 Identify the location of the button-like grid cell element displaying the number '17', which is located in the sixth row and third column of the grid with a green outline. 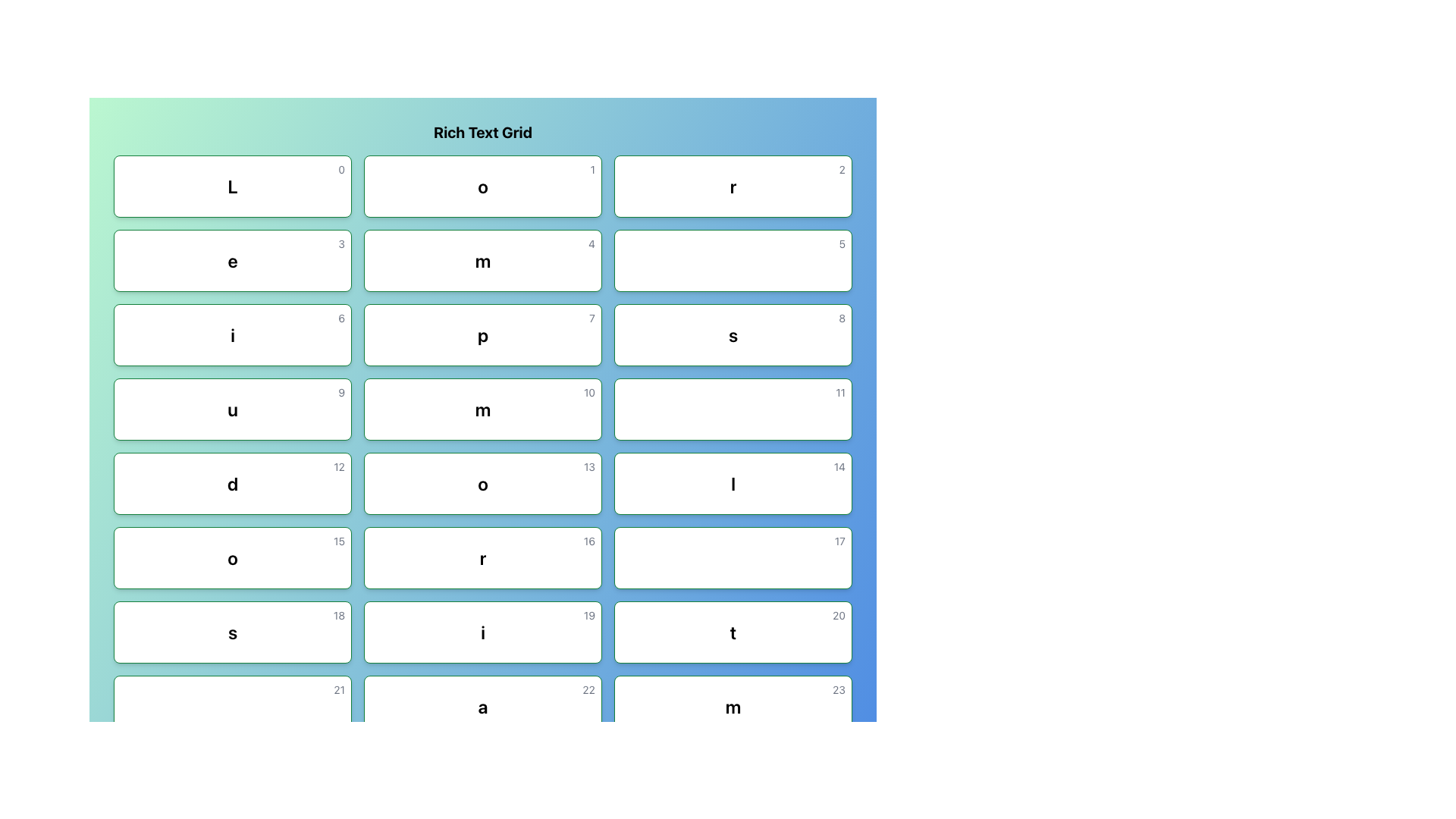
(733, 558).